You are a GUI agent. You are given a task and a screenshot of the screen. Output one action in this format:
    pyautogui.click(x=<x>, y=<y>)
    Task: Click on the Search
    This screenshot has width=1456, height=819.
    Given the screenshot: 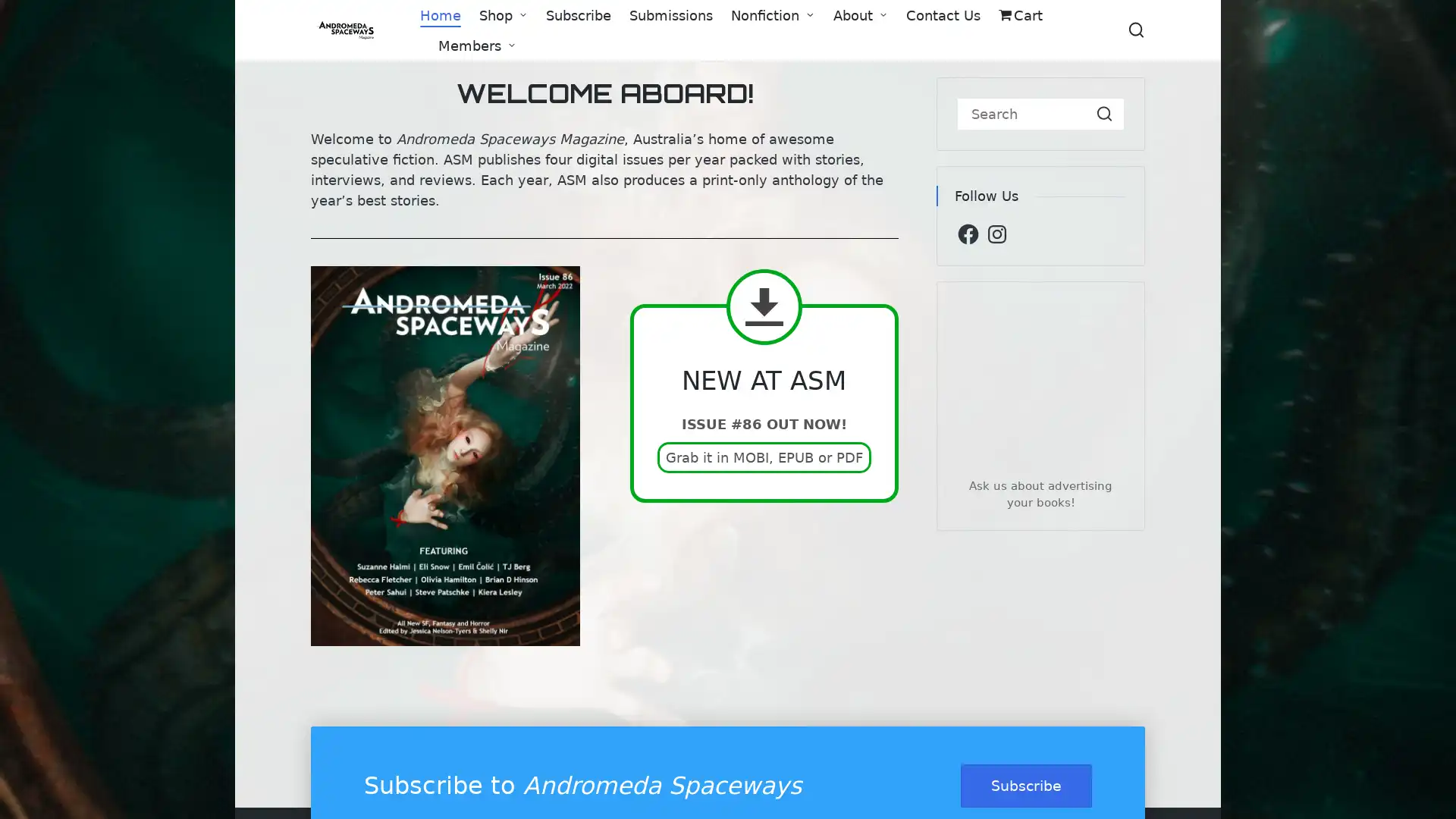 What is the action you would take?
    pyautogui.click(x=1104, y=113)
    